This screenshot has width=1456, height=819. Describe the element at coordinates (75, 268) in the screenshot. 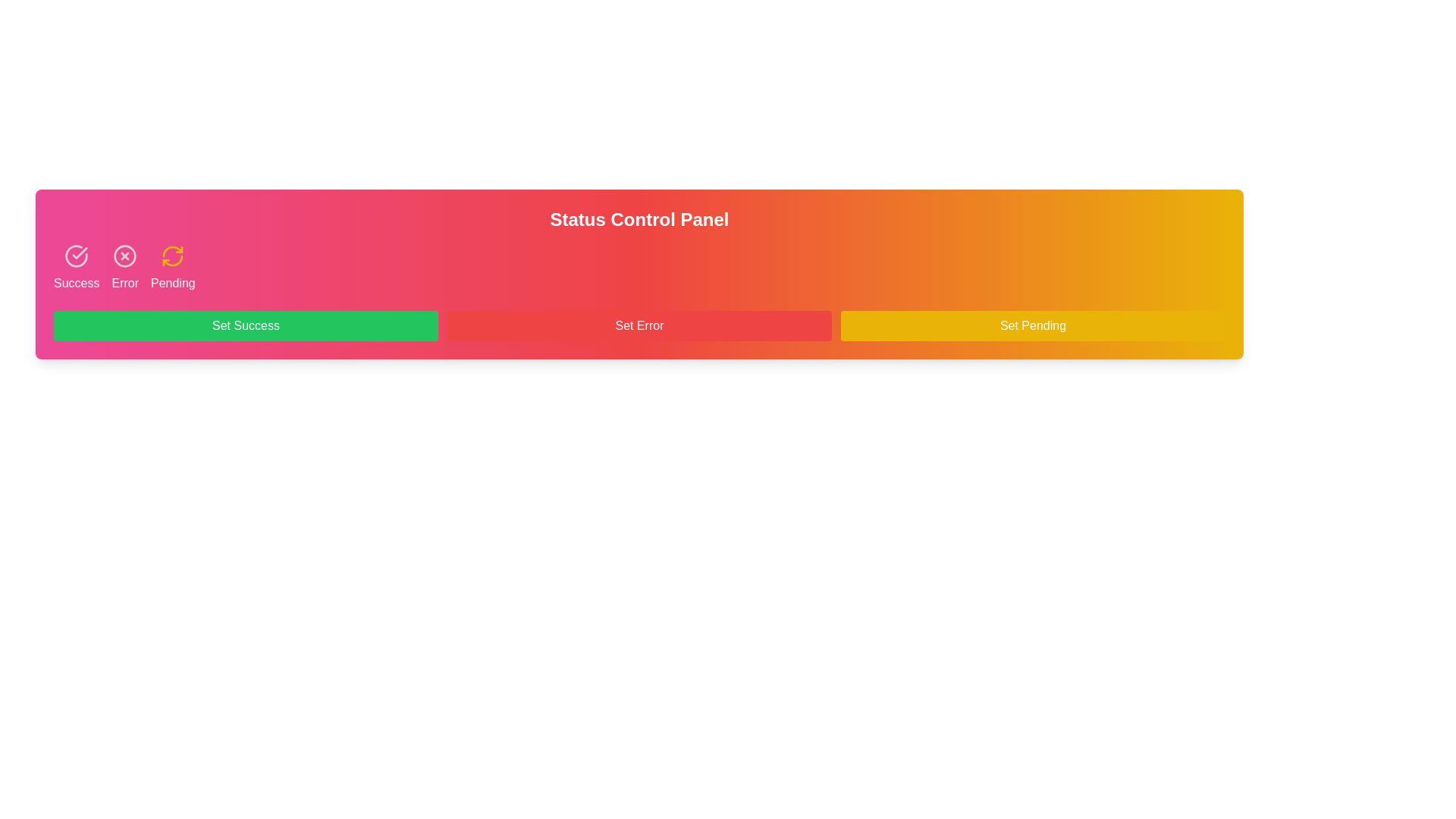

I see `the Status indicator, which is a vertically oriented component with a checkmark inside a circle located above the text 'Success'` at that location.